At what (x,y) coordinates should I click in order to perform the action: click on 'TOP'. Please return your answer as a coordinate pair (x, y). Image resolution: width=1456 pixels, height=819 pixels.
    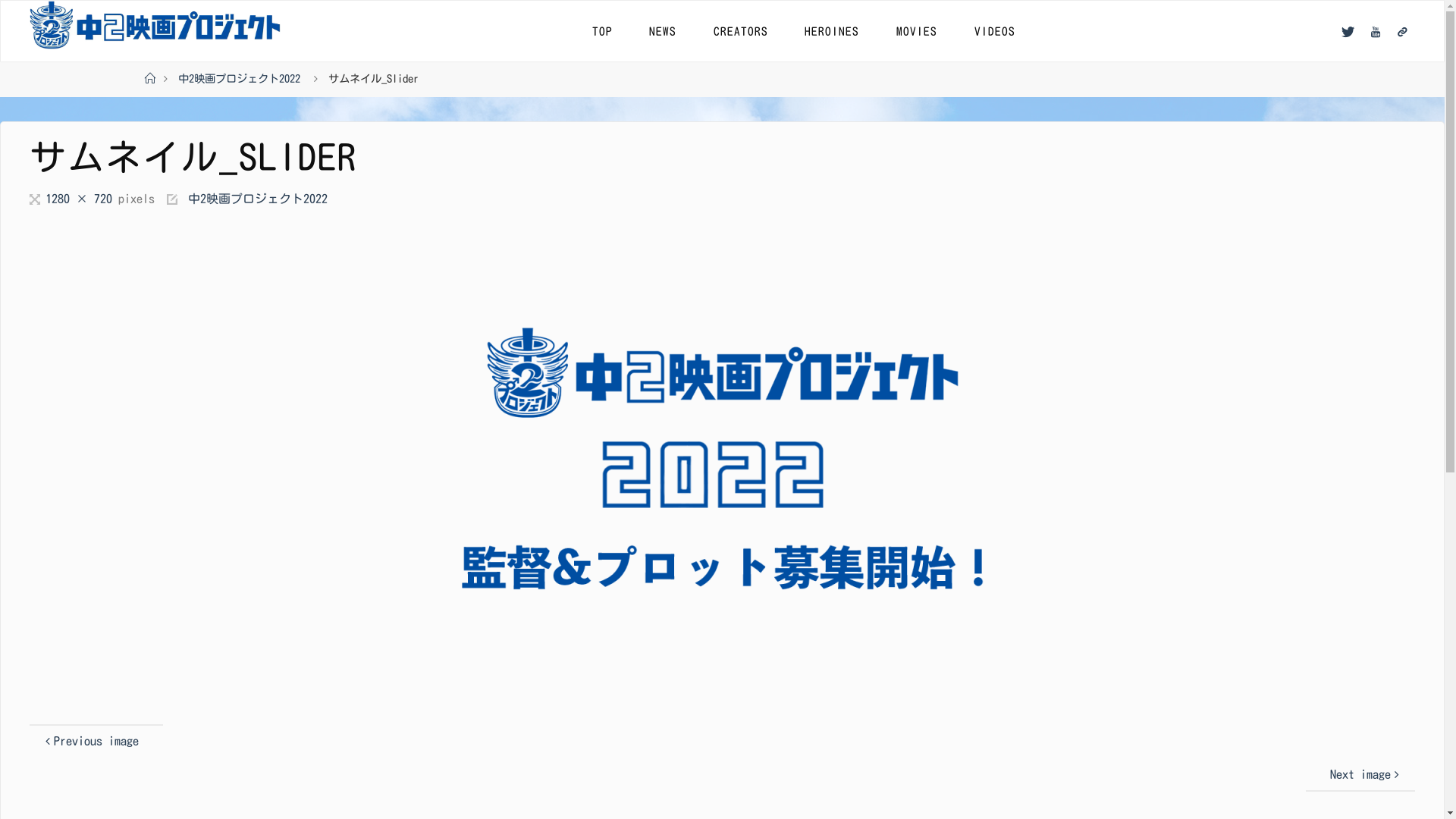
    Looking at the image, I should click on (572, 31).